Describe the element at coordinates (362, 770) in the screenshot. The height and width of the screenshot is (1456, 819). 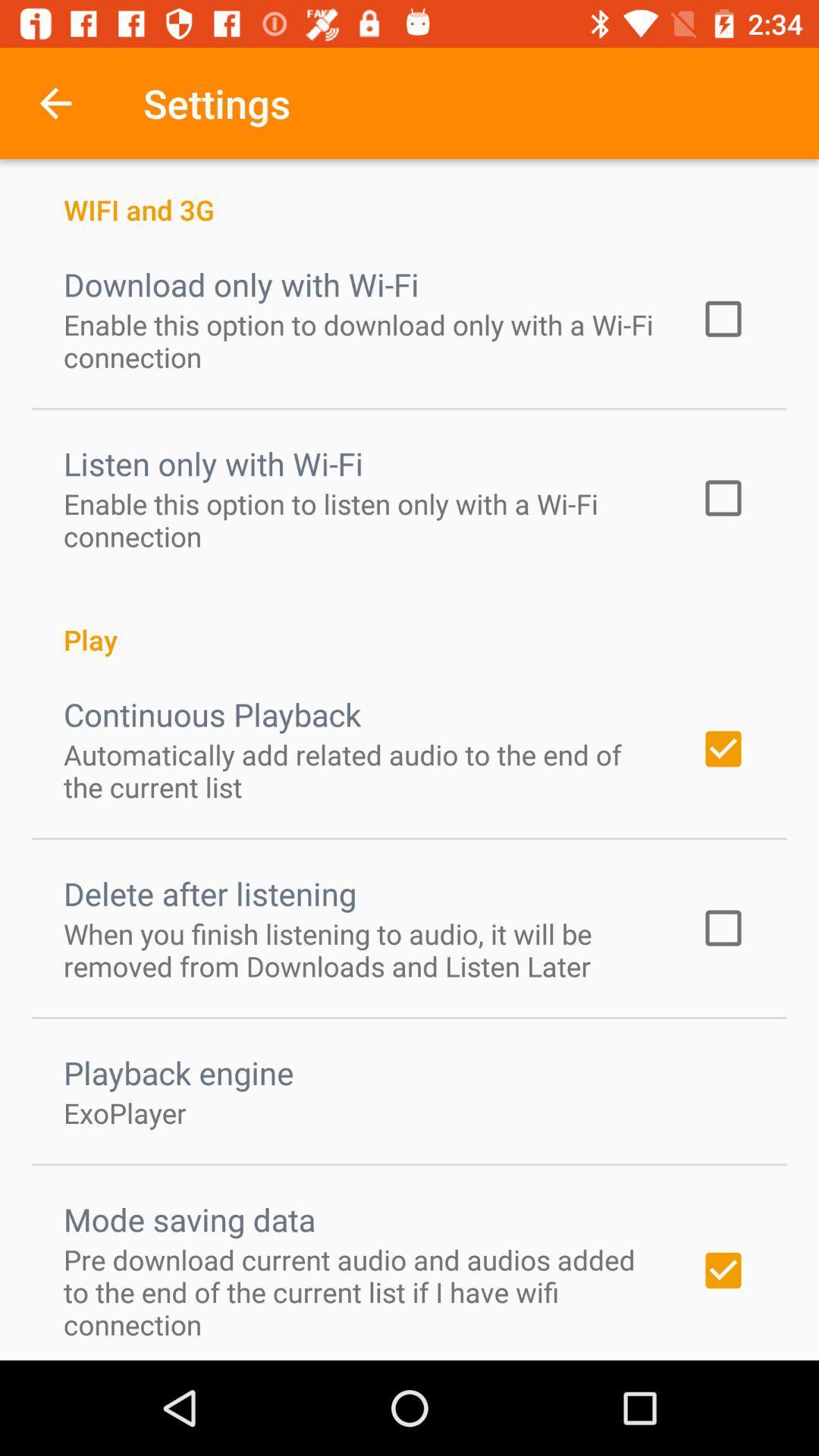
I see `automatically add related` at that location.